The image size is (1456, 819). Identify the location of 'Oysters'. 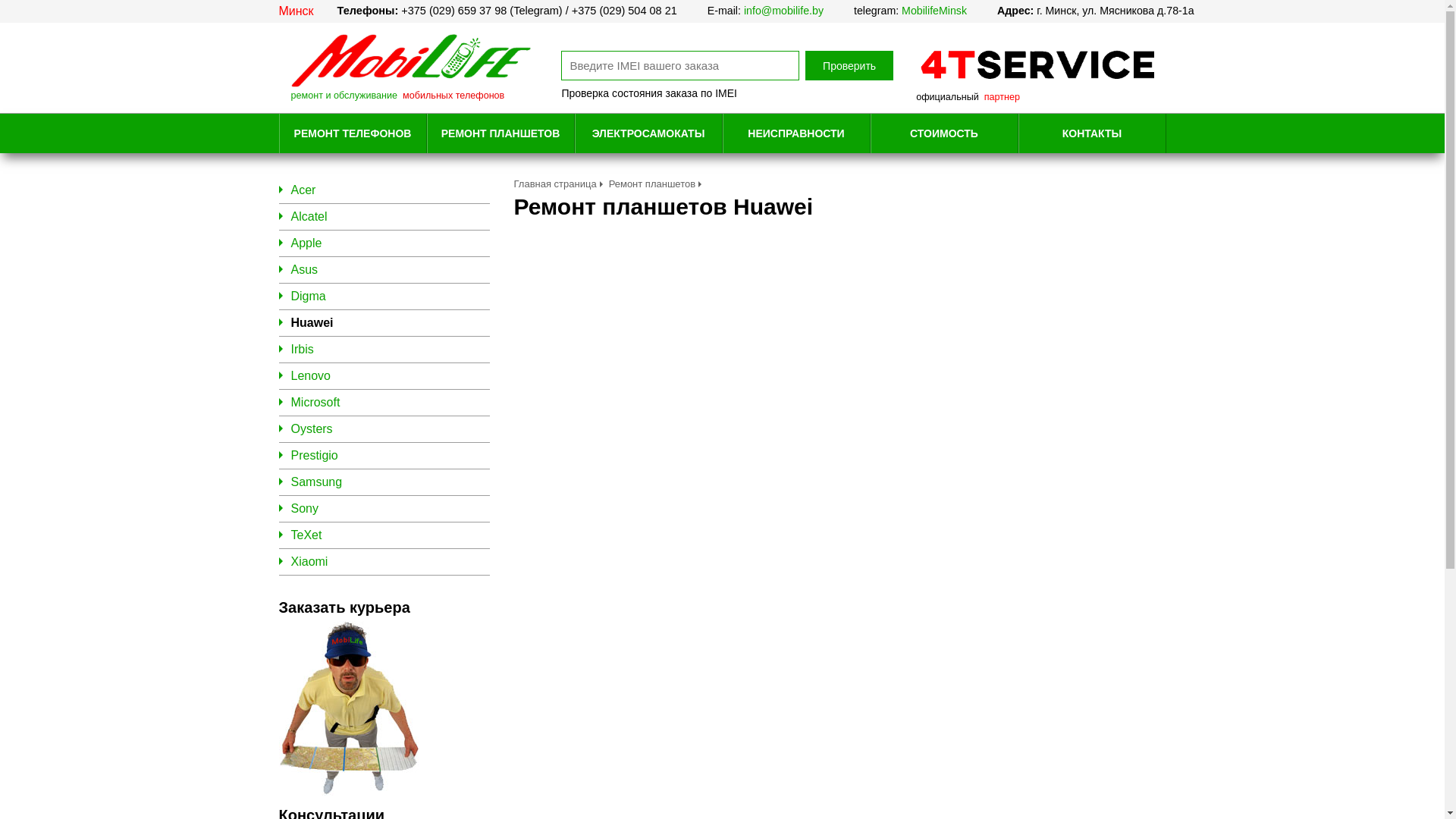
(311, 428).